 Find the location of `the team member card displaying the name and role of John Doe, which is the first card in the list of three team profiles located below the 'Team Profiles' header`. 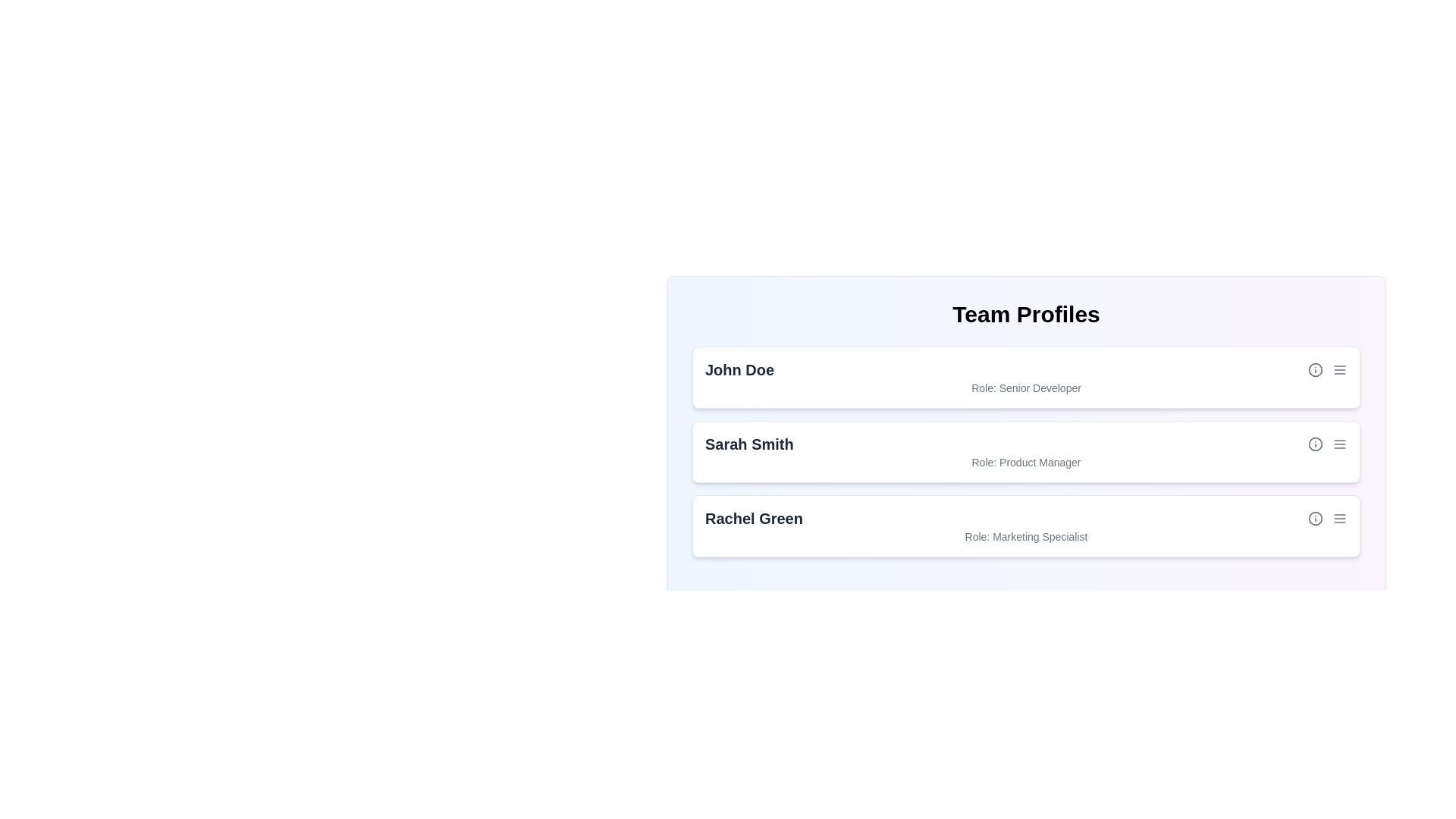

the team member card displaying the name and role of John Doe, which is the first card in the list of three team profiles located below the 'Team Profiles' header is located at coordinates (1026, 376).